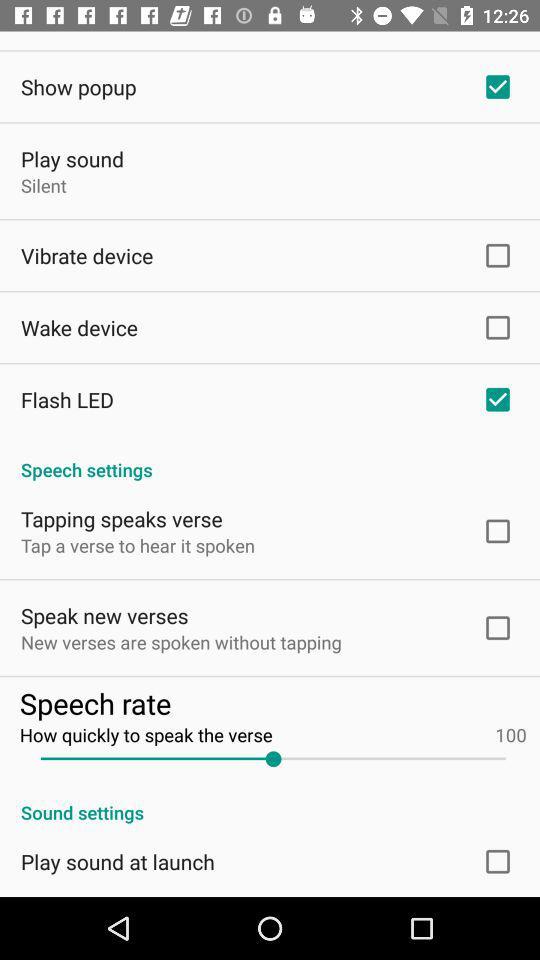 Image resolution: width=540 pixels, height=960 pixels. Describe the element at coordinates (137, 545) in the screenshot. I see `the item above the speak new verses` at that location.